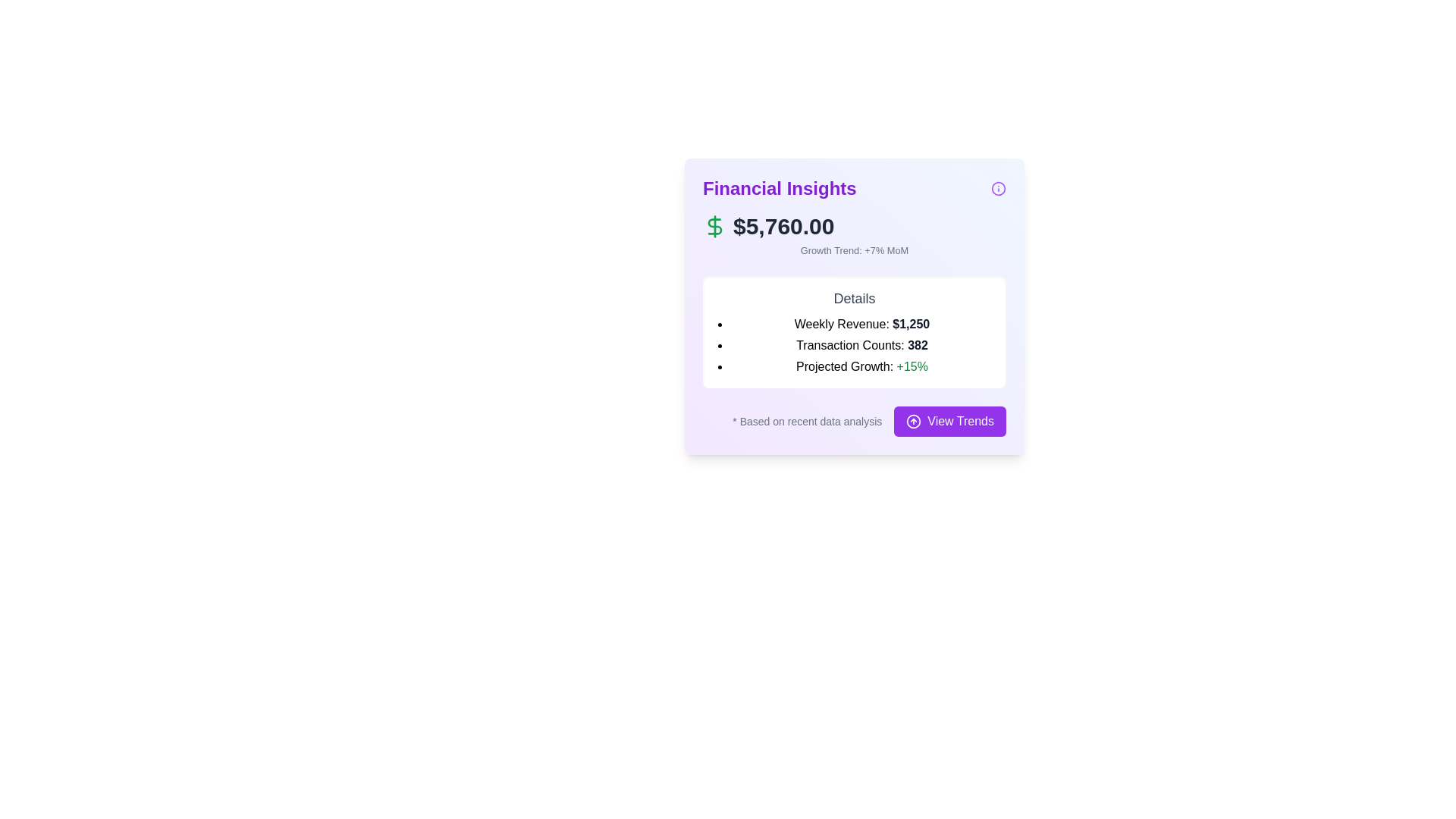 The image size is (1456, 819). I want to click on the section title Text Label that provides a heading for the list of financial information, positioned at the top of the white, rounded box containing financial details, so click(855, 298).